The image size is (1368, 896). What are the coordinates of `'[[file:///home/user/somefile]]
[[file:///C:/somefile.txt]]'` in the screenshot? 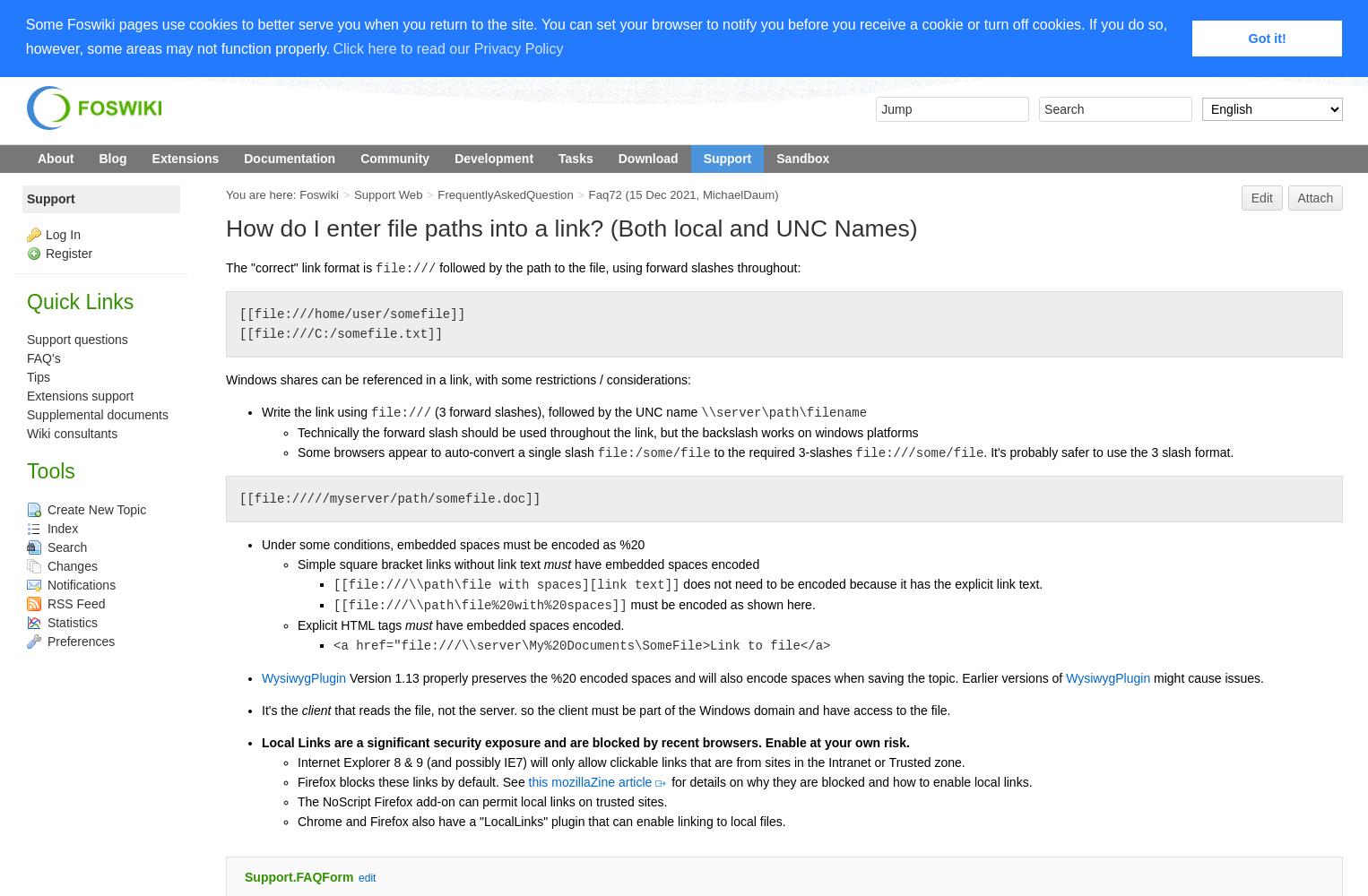 It's located at (351, 323).